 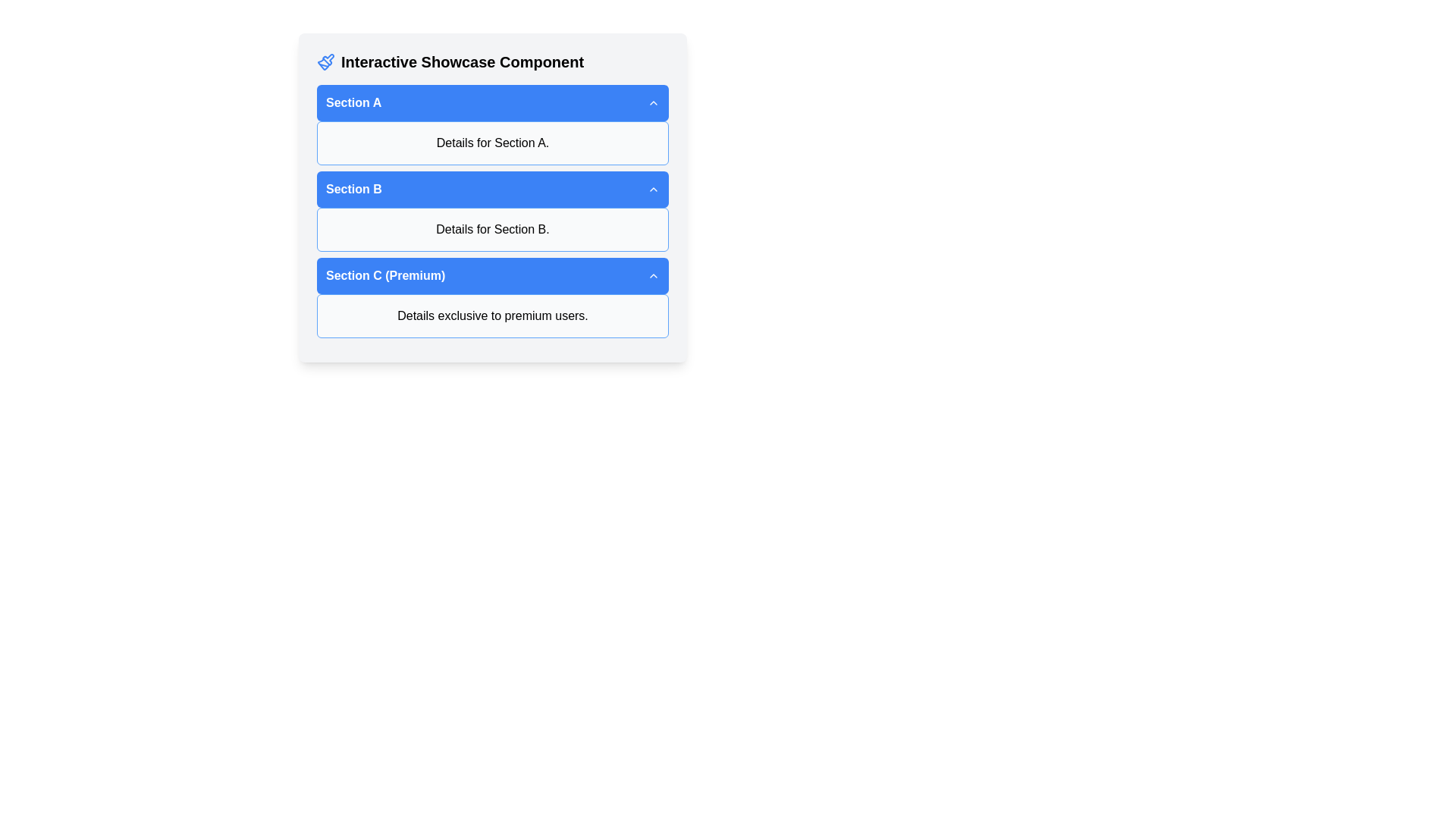 I want to click on the blue rectangular button labeled 'Section C (Premium)' with rounded corners, so click(x=492, y=275).